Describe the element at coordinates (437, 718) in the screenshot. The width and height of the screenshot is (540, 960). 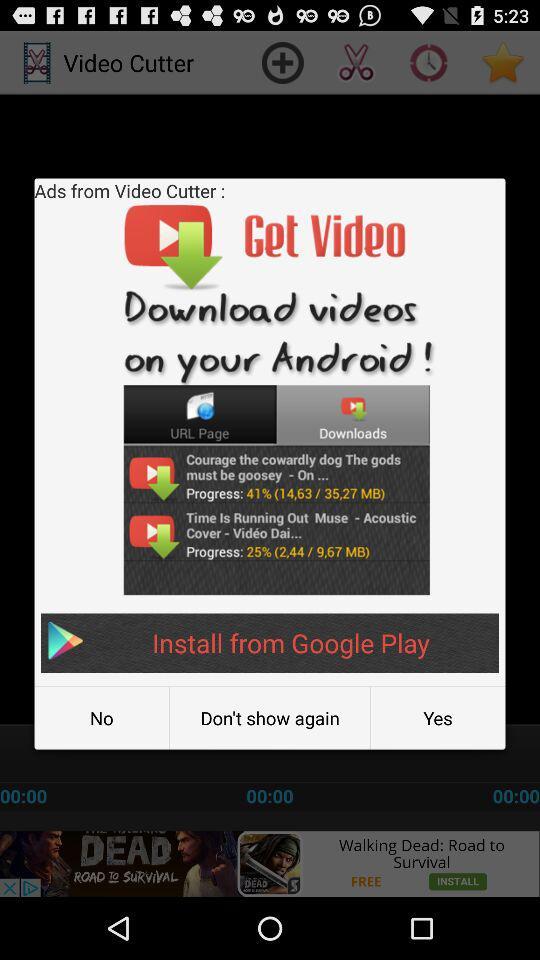
I see `the button to the right of don t show button` at that location.